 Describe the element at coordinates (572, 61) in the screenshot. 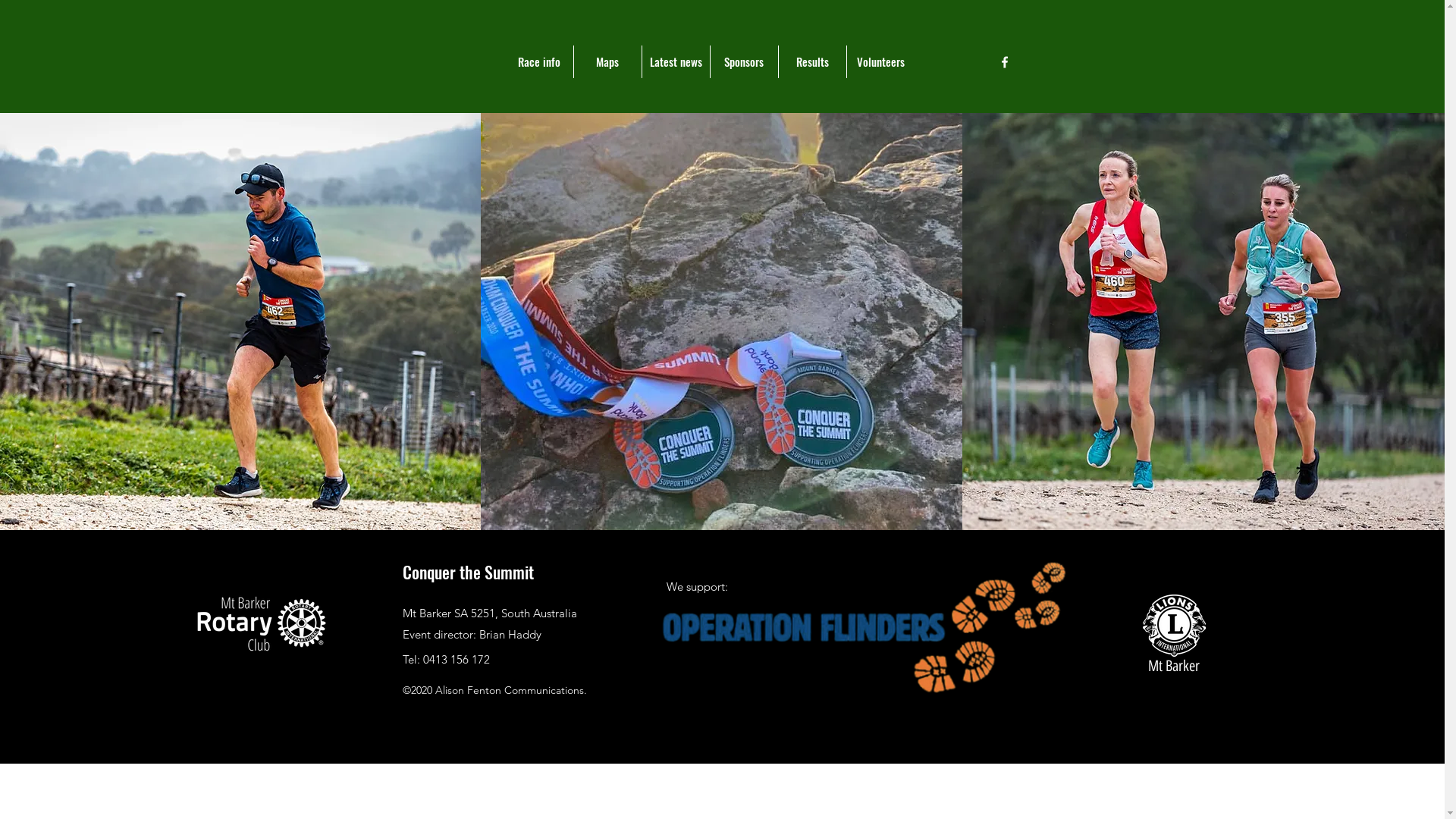

I see `'Maps'` at that location.